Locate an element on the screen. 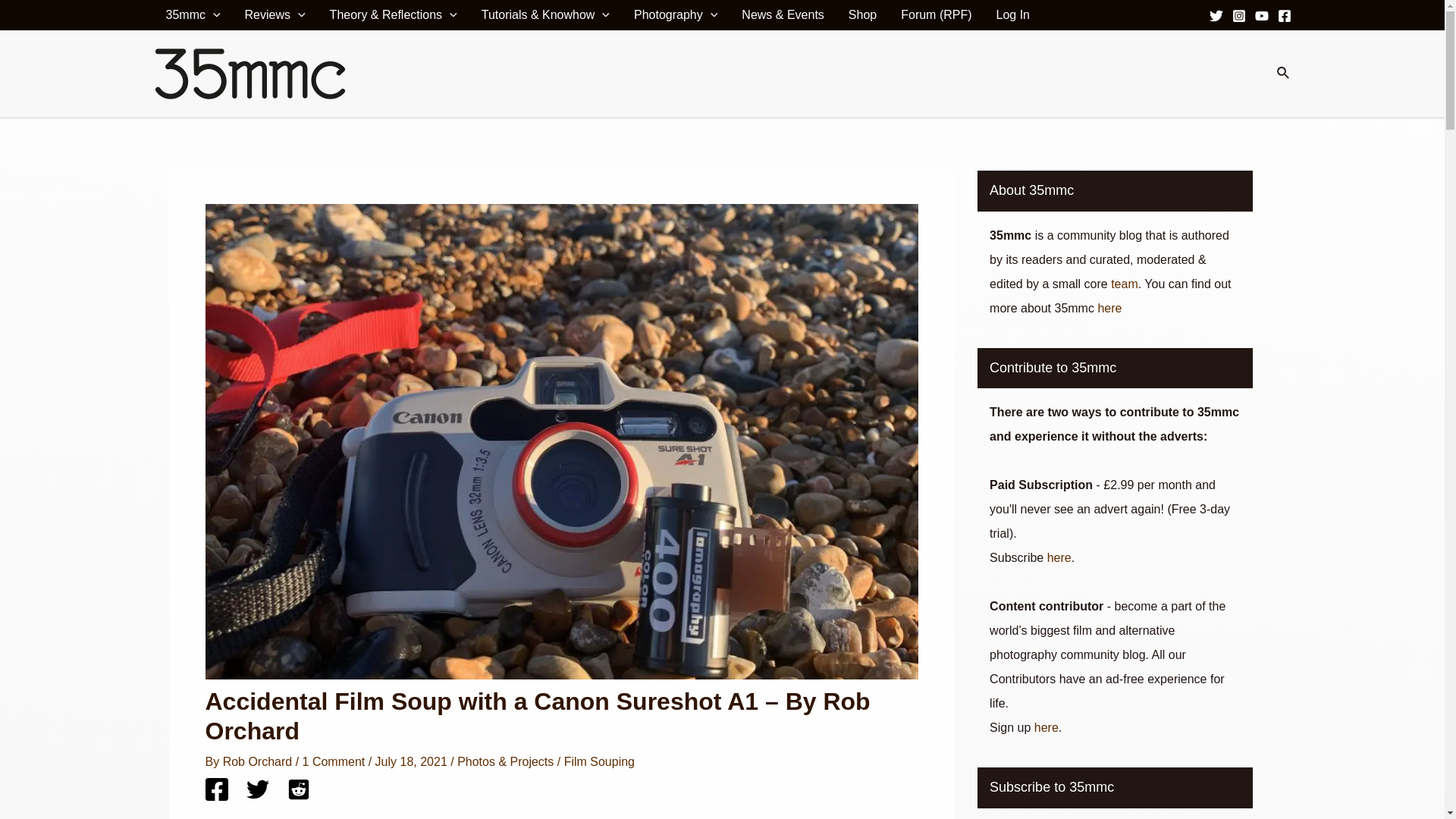 The width and height of the screenshot is (1456, 819). 'team' is located at coordinates (1110, 284).